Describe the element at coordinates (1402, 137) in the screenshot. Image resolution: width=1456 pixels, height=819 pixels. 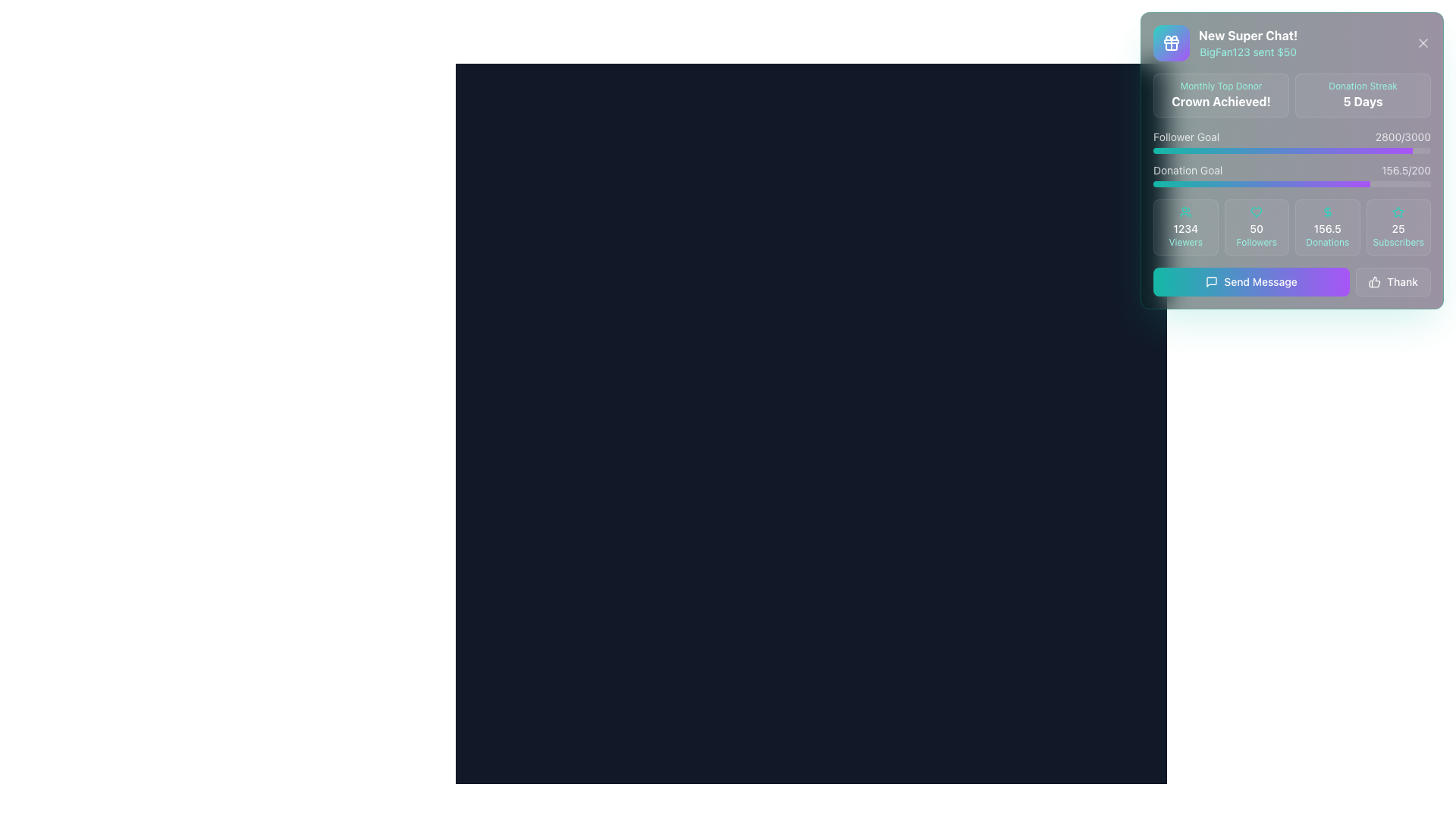
I see `the textual numerical display reading '2800/3000' located in the top right portion of the interface within the 'Follower Goal' panel` at that location.